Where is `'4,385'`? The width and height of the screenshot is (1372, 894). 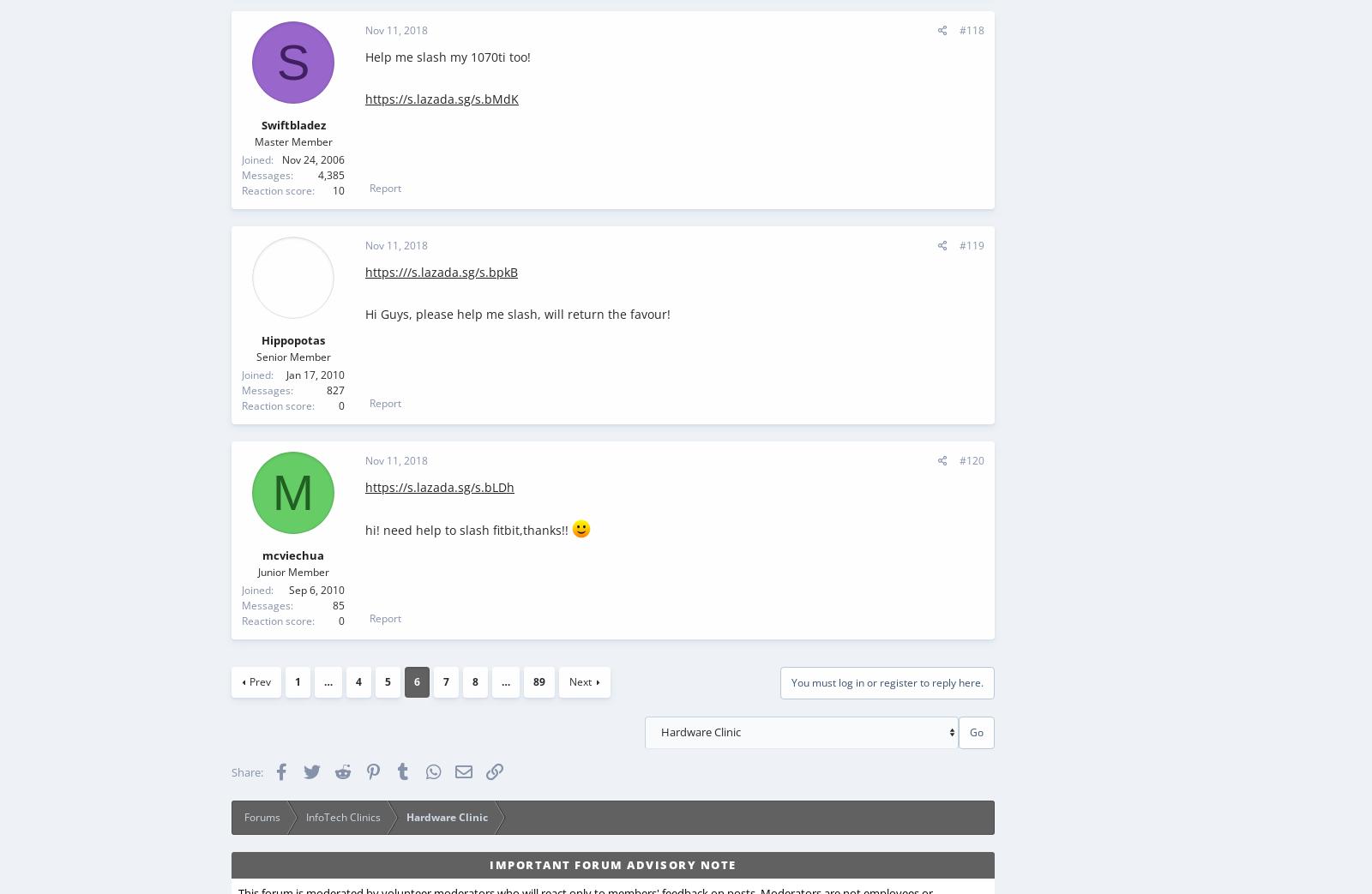 '4,385' is located at coordinates (331, 173).